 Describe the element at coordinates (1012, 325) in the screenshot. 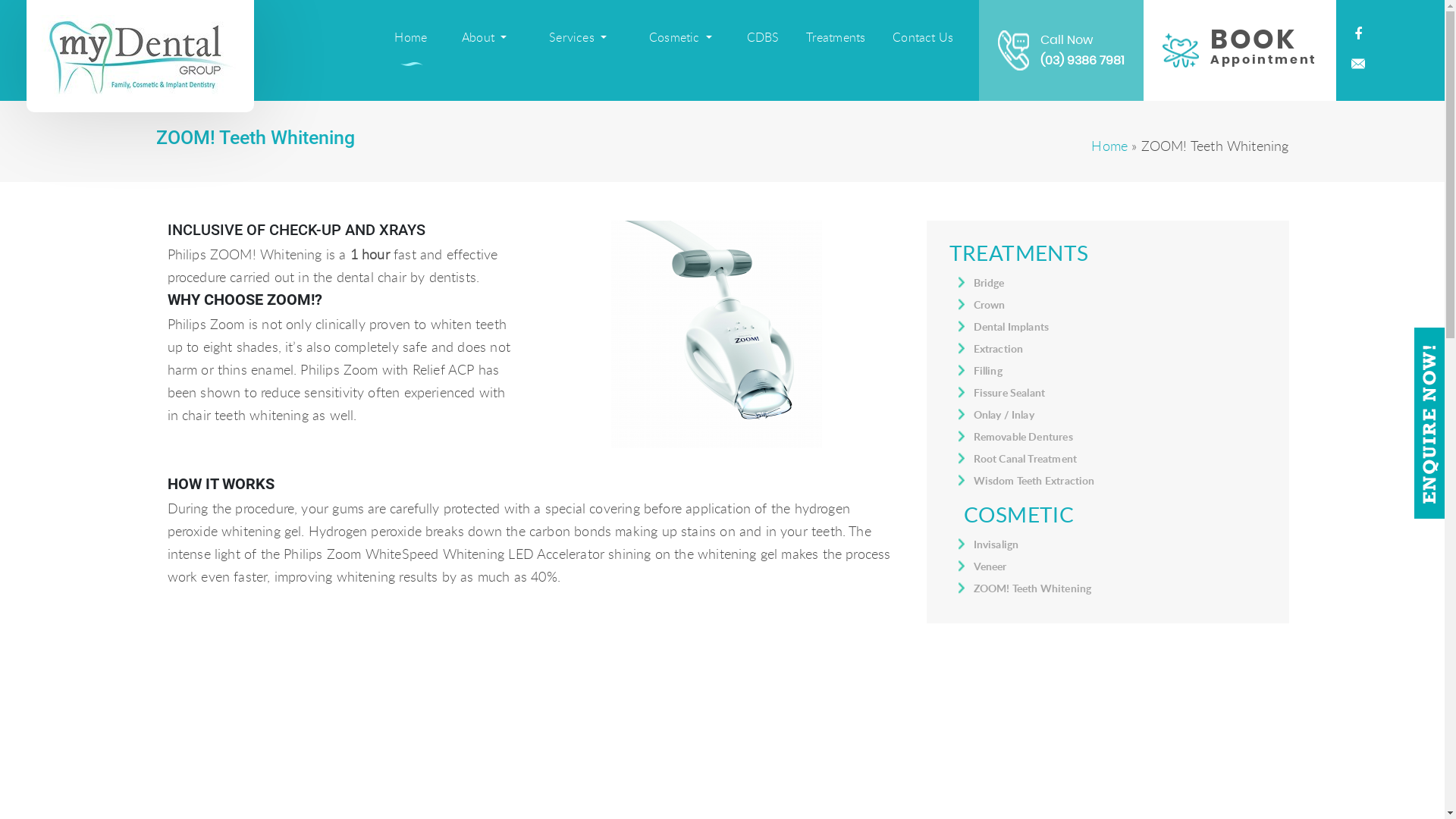

I see `'Dental Implants'` at that location.